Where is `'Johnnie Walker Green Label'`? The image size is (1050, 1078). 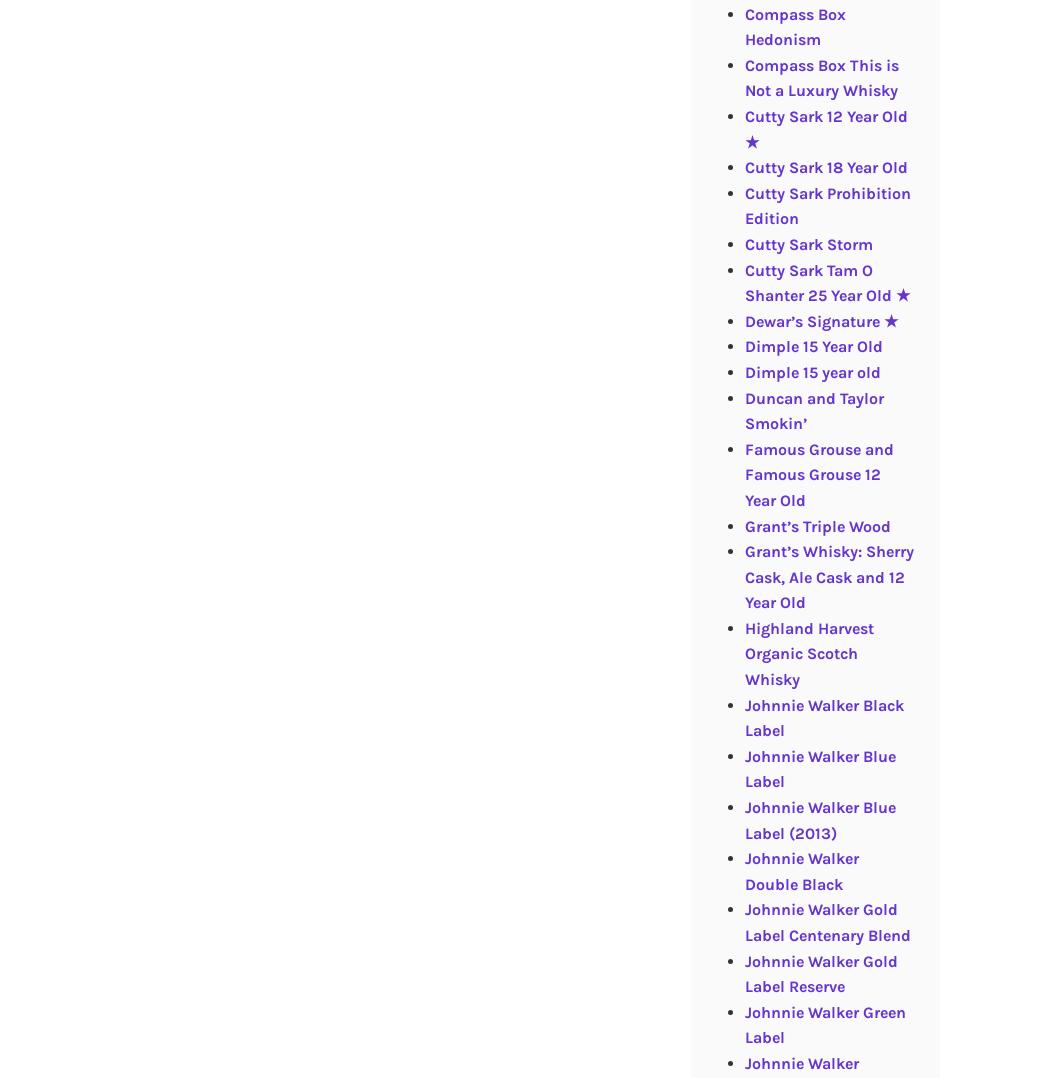
'Johnnie Walker Green Label' is located at coordinates (743, 1023).